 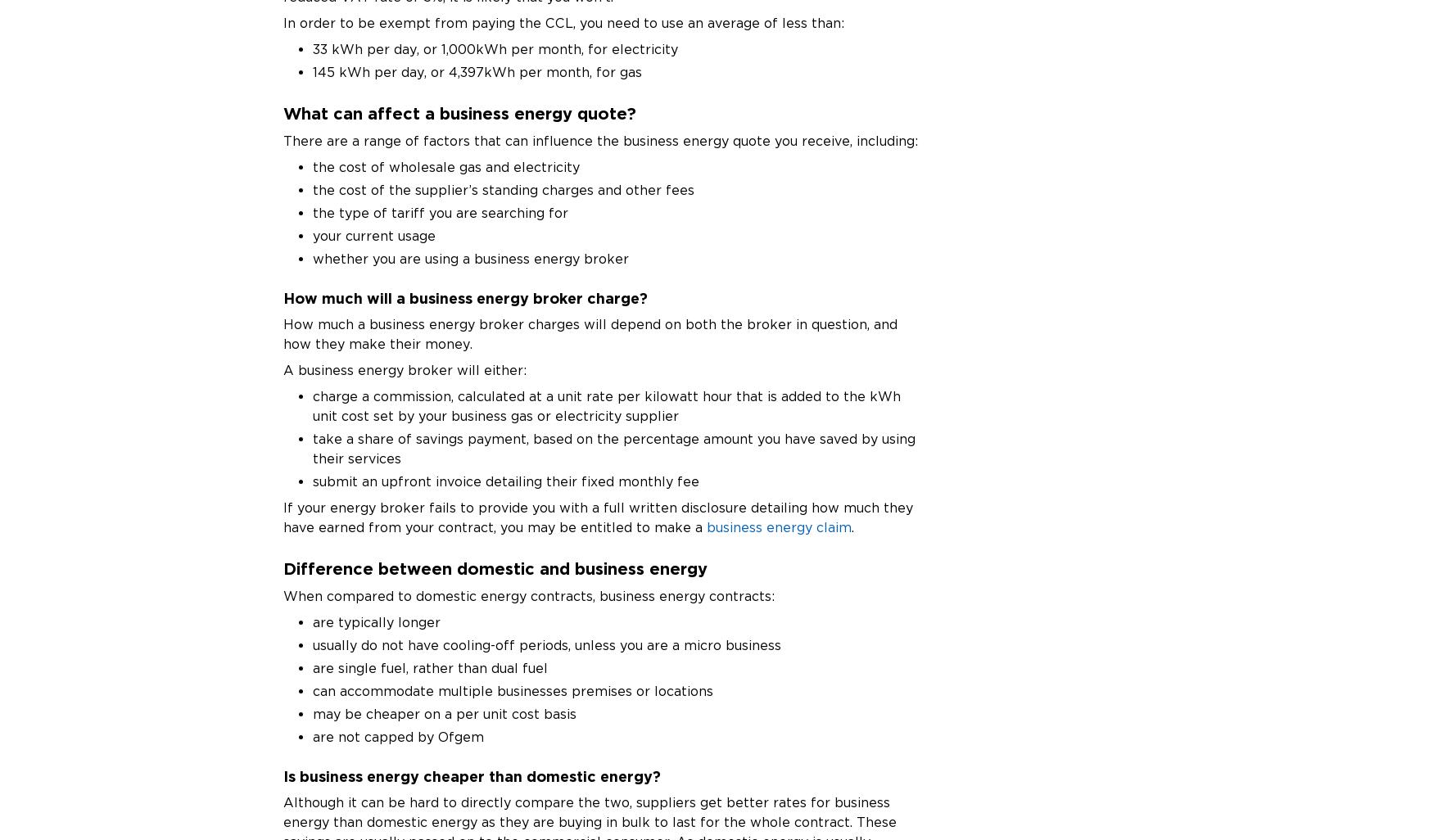 What do you see at coordinates (282, 567) in the screenshot?
I see `'Difference between domestic and business energy'` at bounding box center [282, 567].